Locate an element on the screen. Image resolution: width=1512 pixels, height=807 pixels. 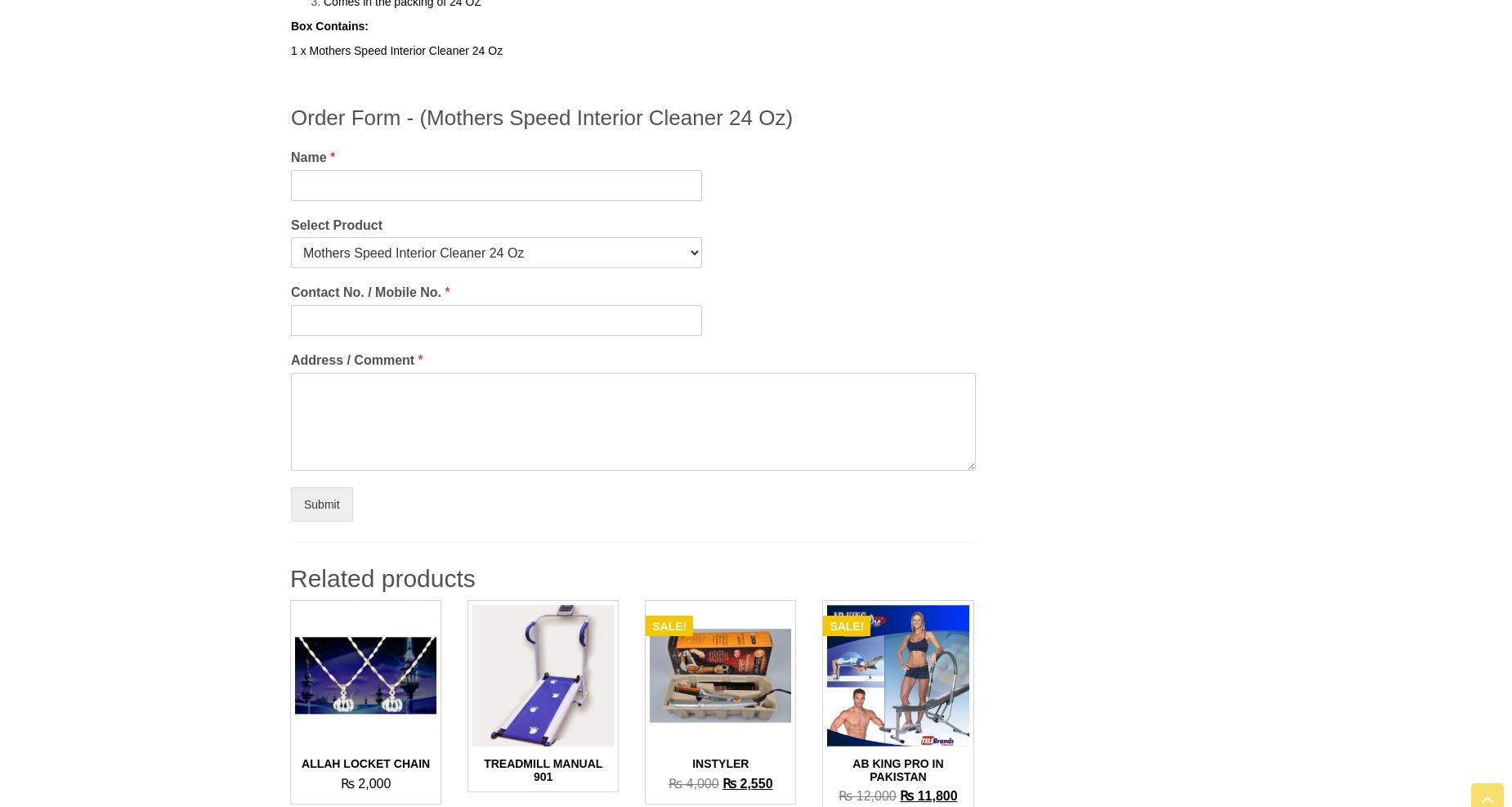
'Name' is located at coordinates (289, 155).